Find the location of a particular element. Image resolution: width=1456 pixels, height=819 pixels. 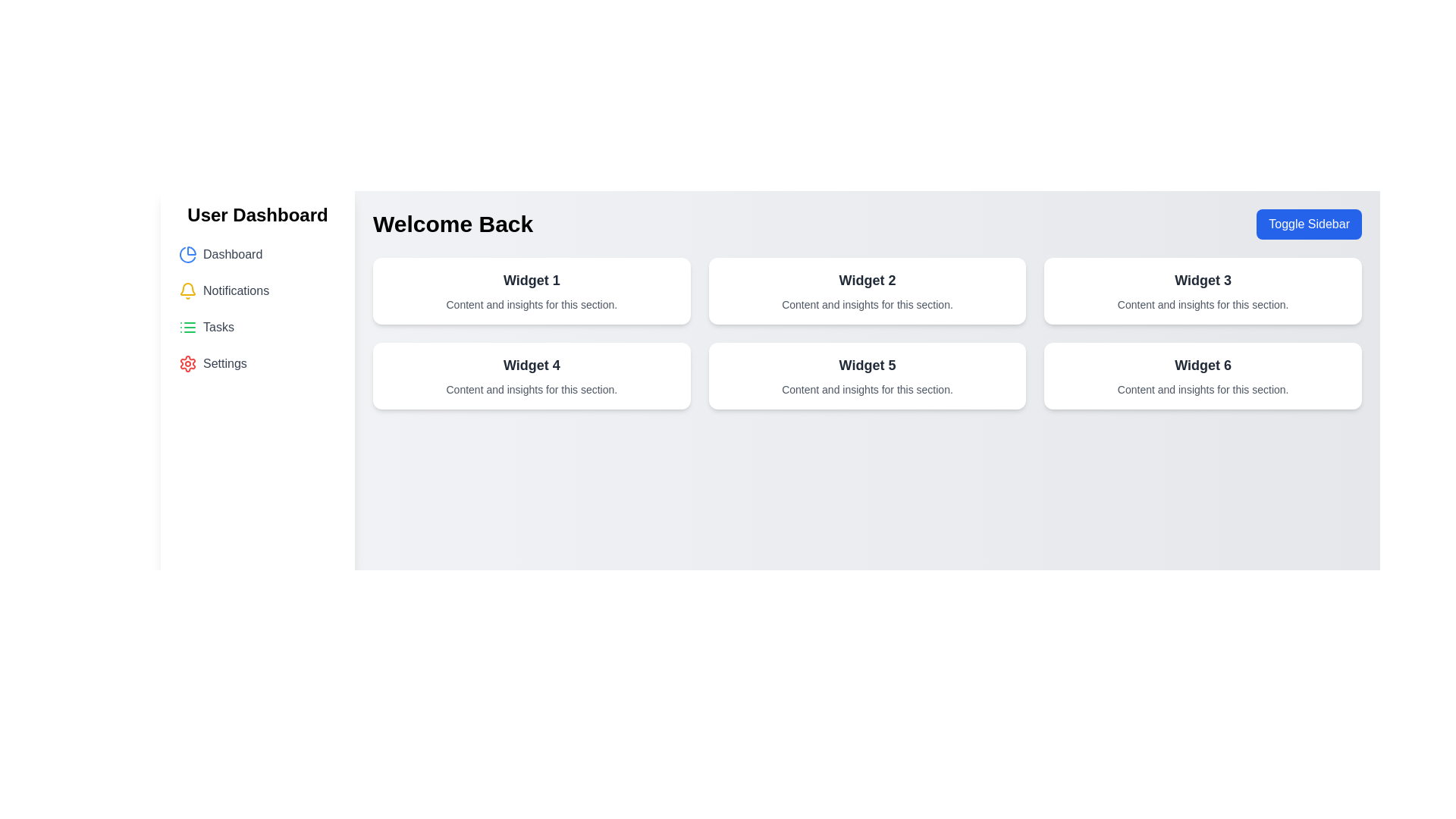

the bold text label displaying 'Widget 5' in a large dark gray font on a white background, located in the second box of the bottom row of the grid layout is located at coordinates (867, 366).